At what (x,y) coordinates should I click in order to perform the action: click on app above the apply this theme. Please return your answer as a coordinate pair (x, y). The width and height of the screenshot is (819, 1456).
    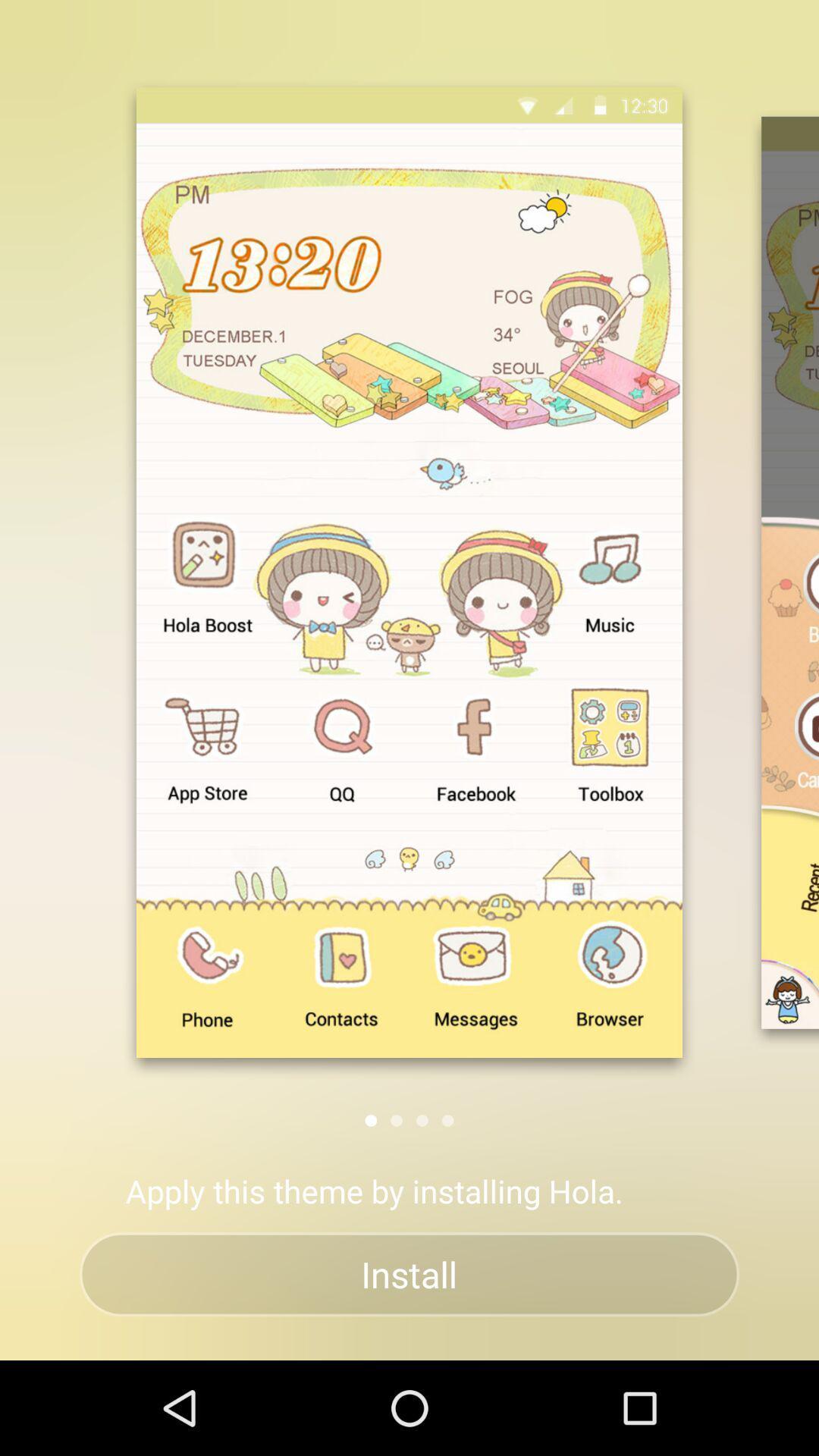
    Looking at the image, I should click on (447, 1120).